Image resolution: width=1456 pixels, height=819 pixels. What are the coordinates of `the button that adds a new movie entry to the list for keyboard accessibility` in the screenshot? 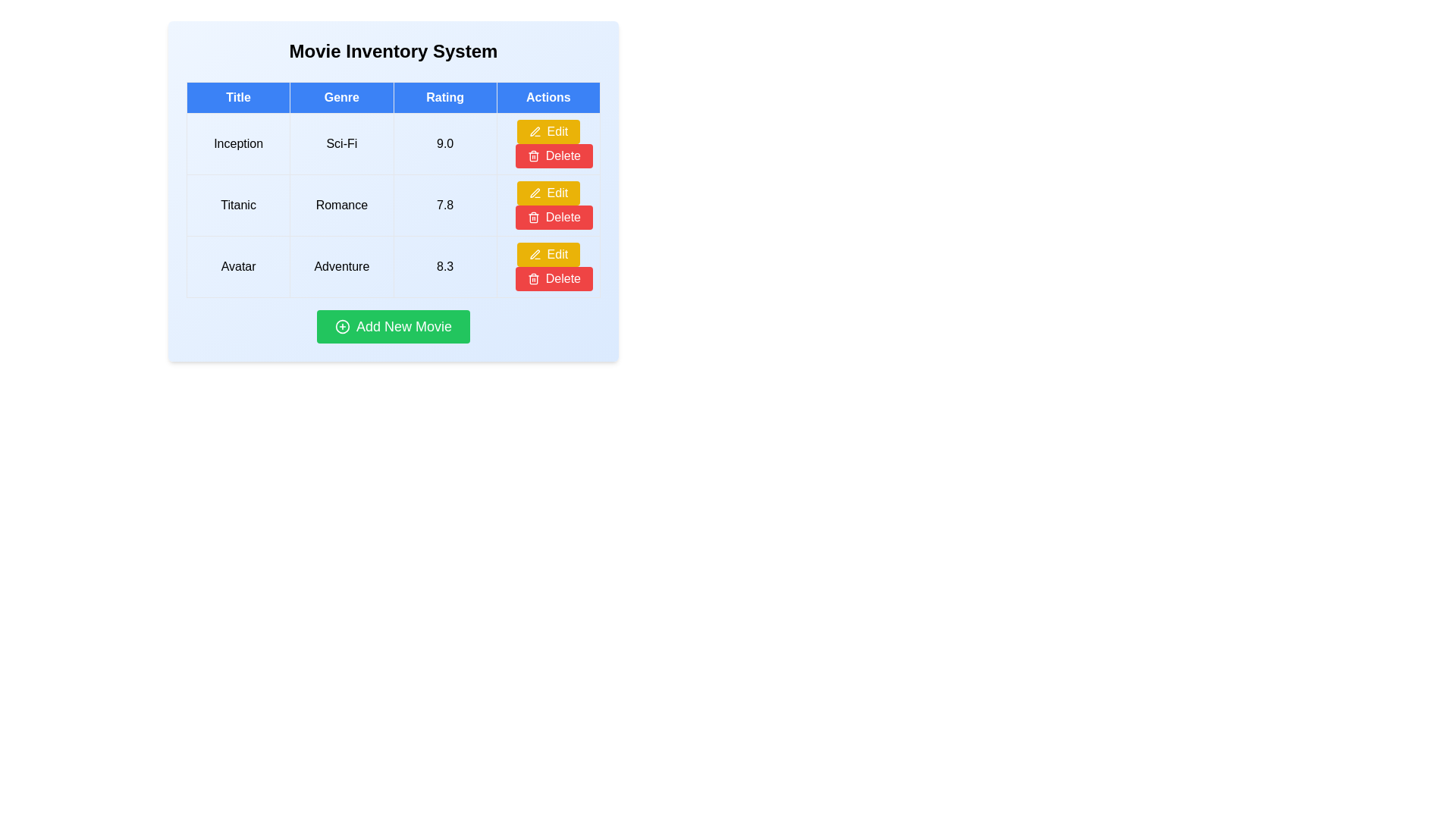 It's located at (393, 326).